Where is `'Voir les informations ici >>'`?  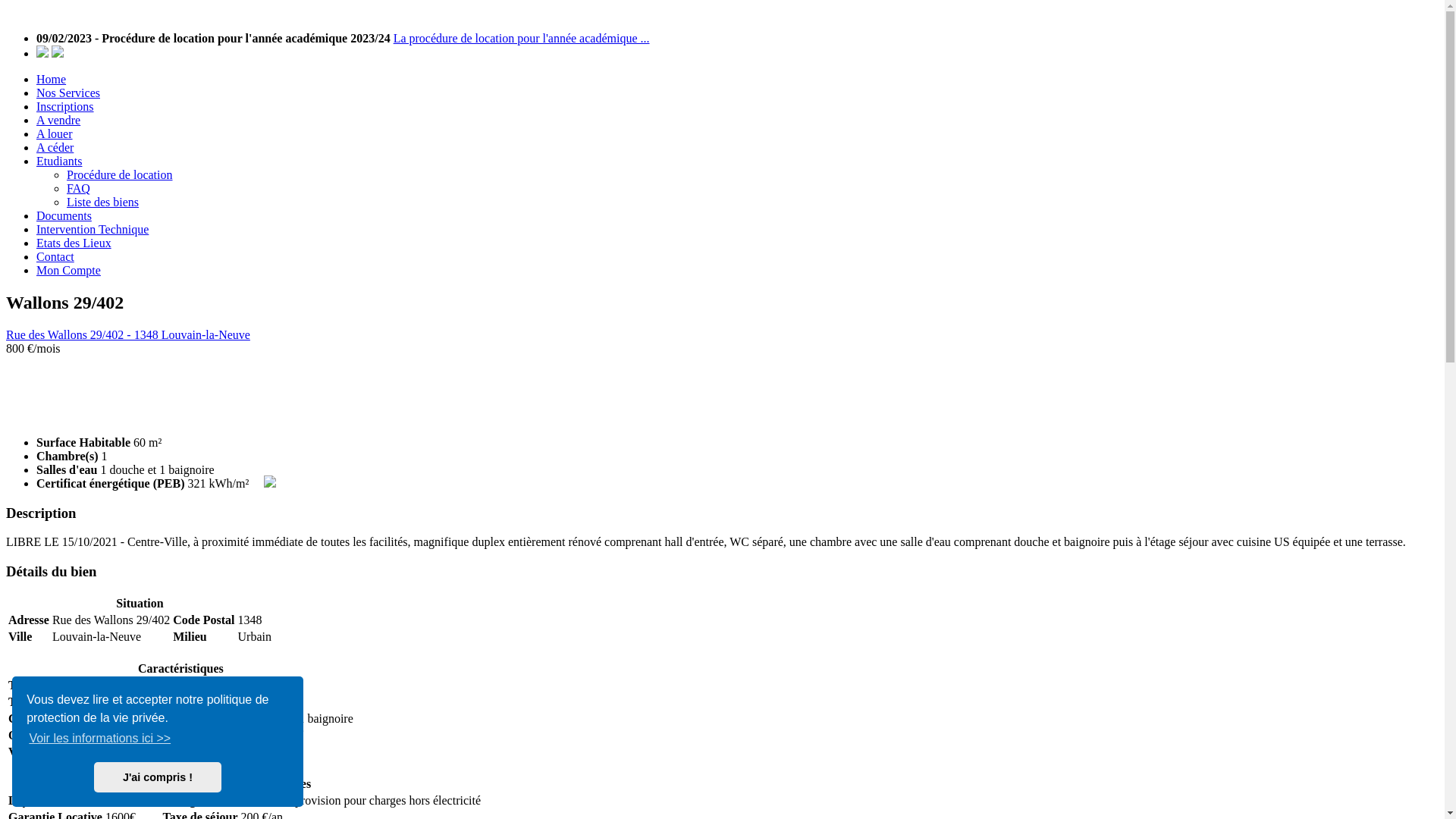
'Voir les informations ici >>' is located at coordinates (99, 738).